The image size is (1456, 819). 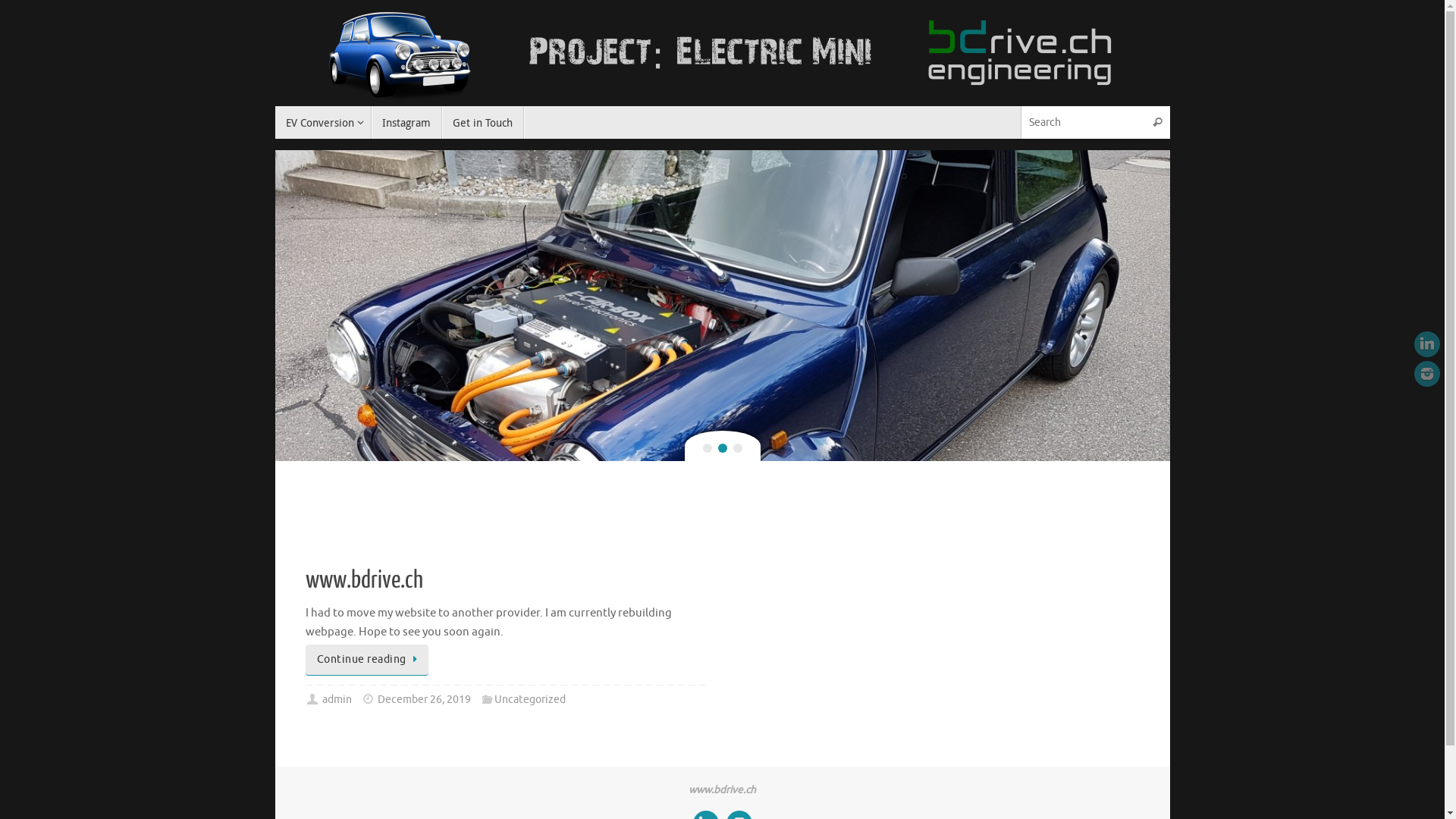 I want to click on 'www.bdrive.ch', so click(x=362, y=579).